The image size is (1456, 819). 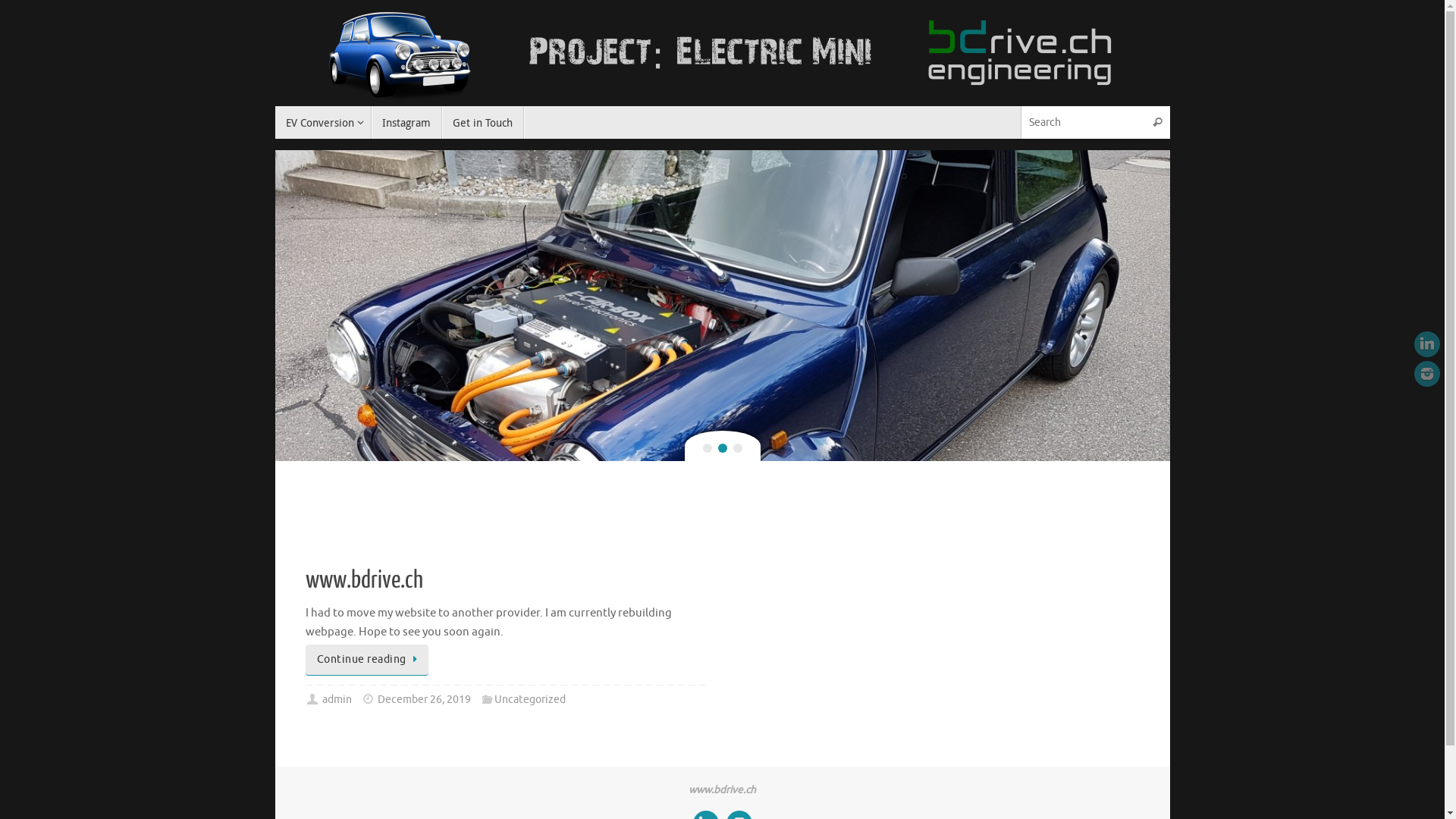 I want to click on 'www.bdrive.ch', so click(x=362, y=579).